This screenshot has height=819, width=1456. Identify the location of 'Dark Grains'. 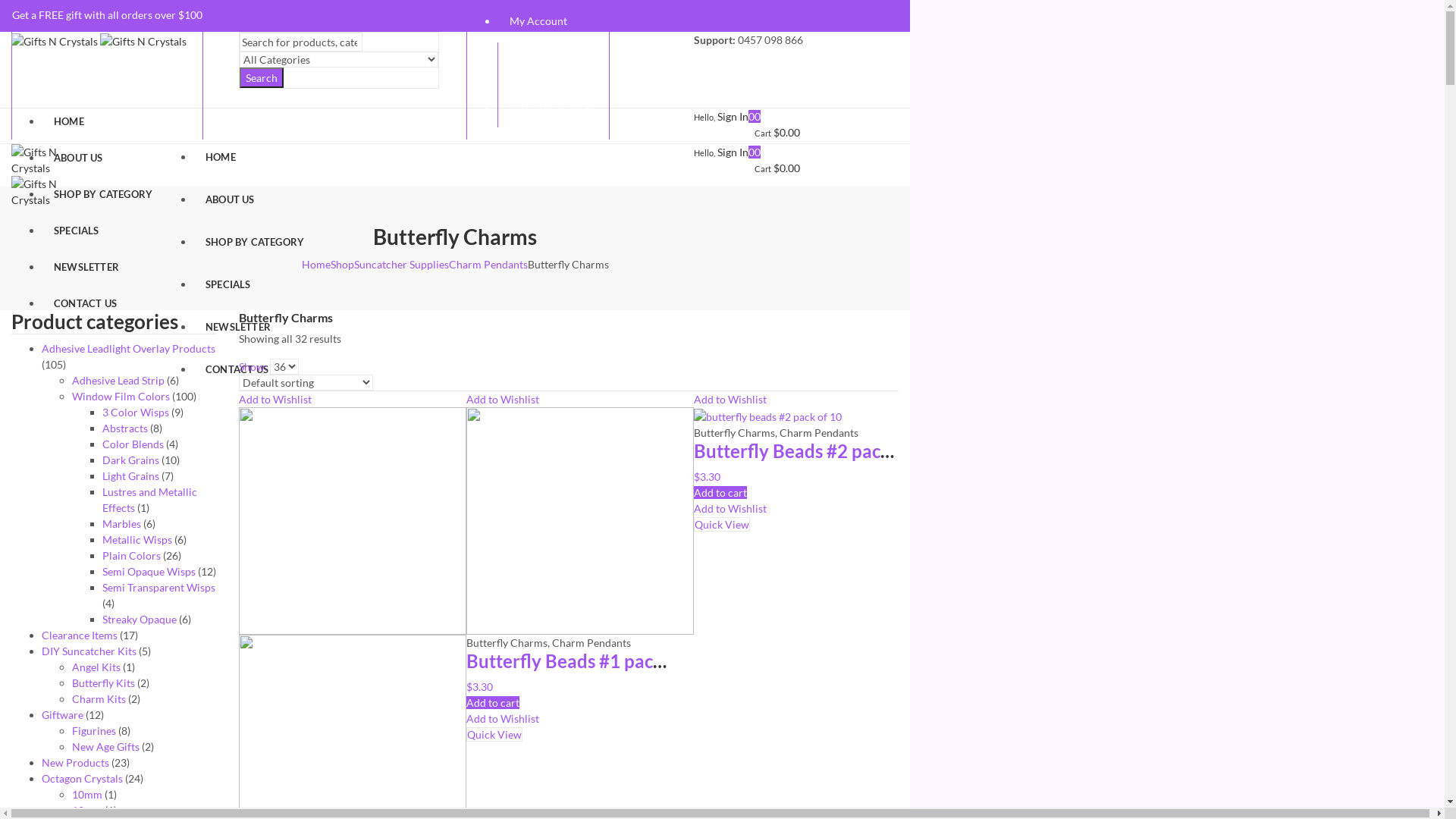
(101, 459).